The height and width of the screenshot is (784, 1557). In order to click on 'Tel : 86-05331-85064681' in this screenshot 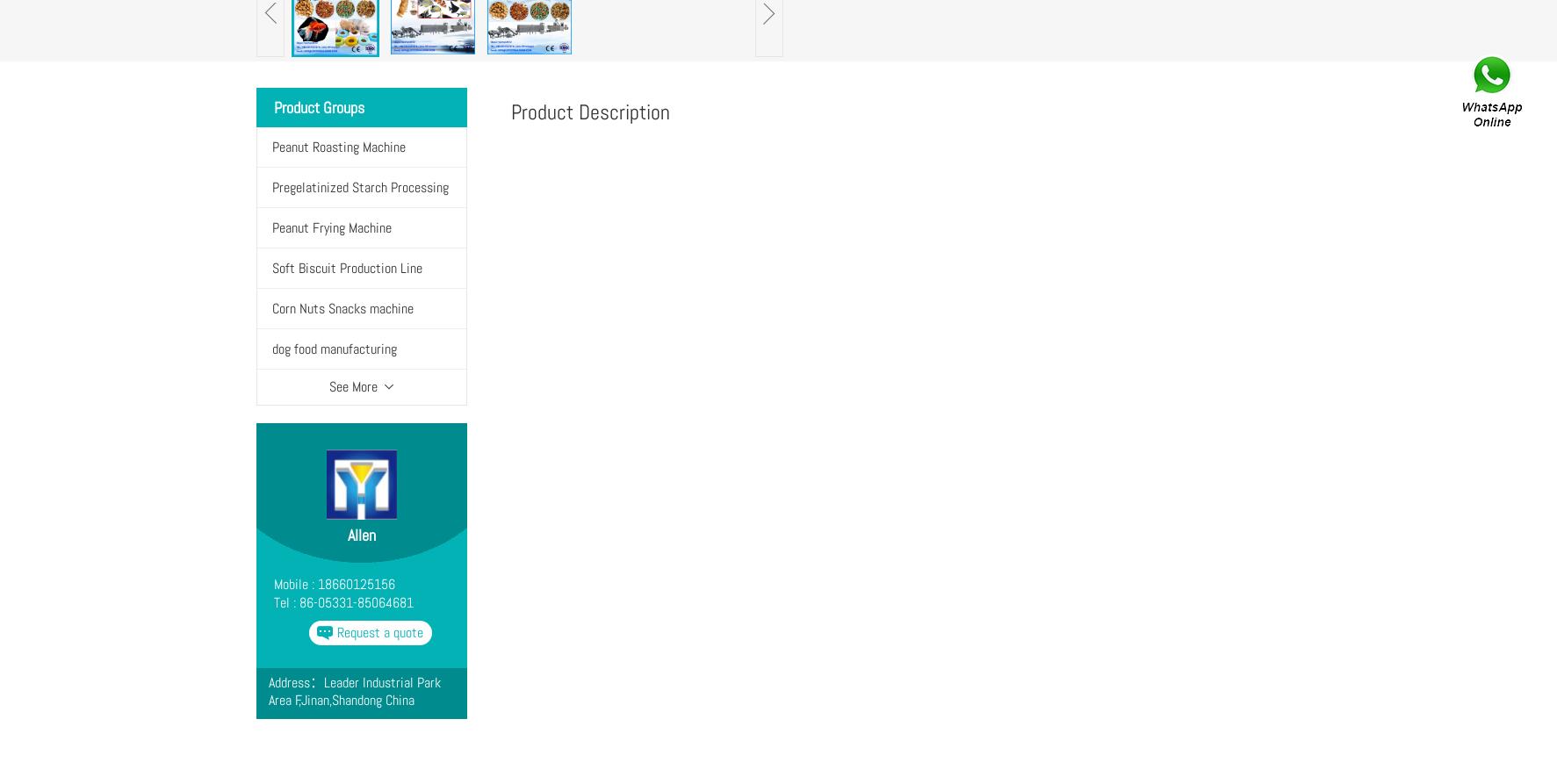, I will do `click(272, 602)`.